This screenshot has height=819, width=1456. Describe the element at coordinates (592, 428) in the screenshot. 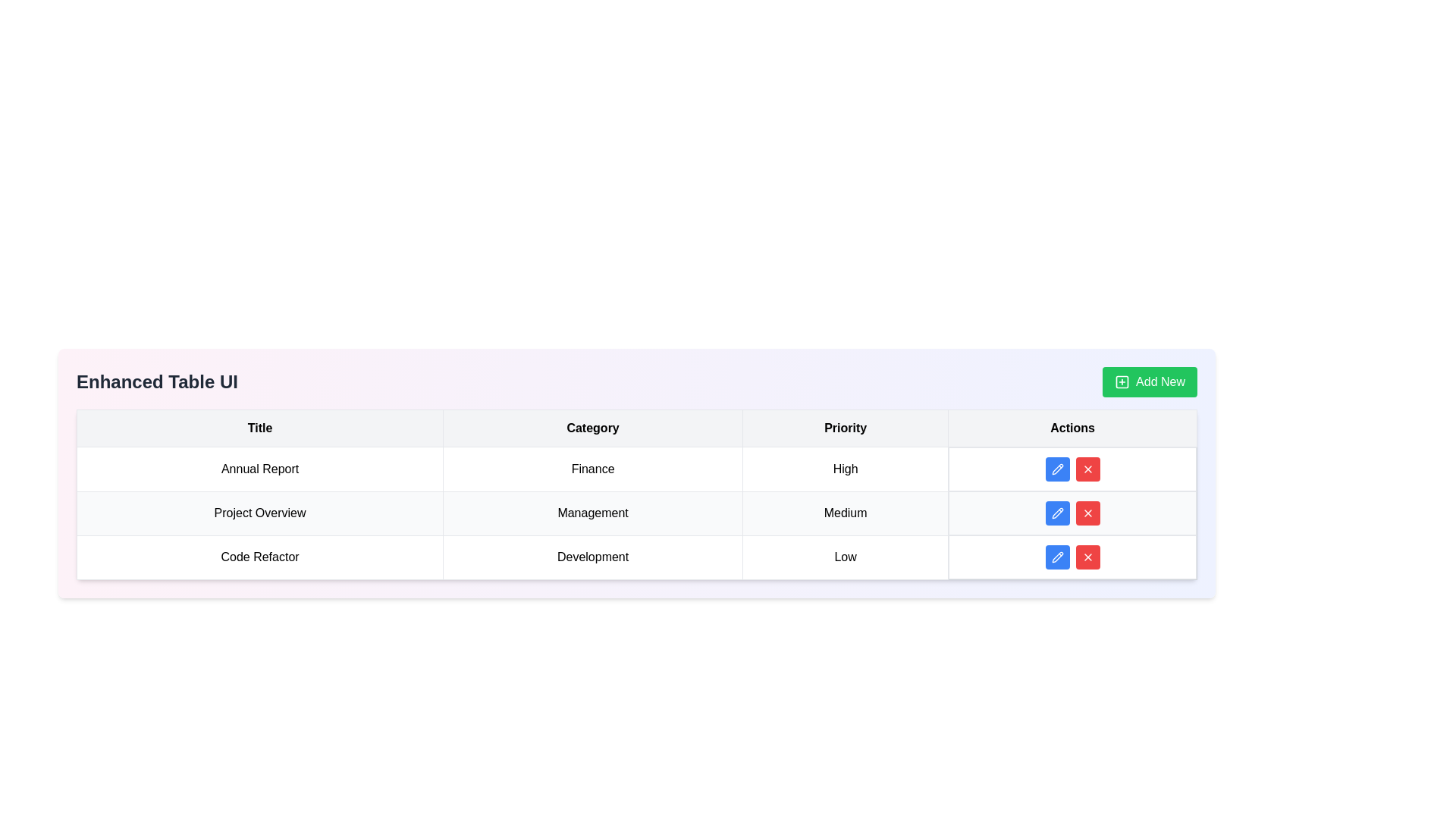

I see `the 'Category' header label in the table, which is positioned between 'Title' and 'Priority' in the header row` at that location.